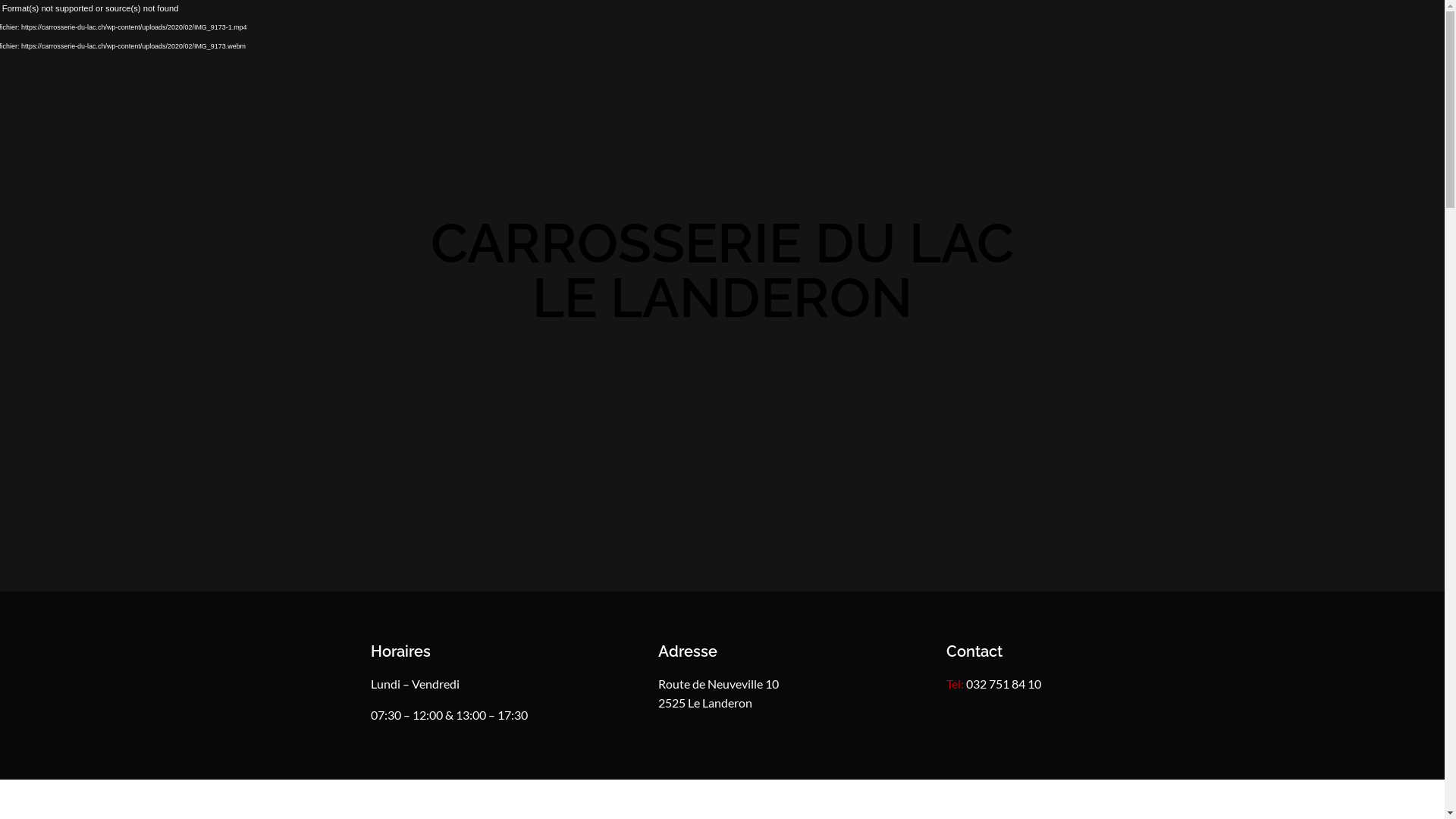  I want to click on '032 751 84 10', so click(965, 683).